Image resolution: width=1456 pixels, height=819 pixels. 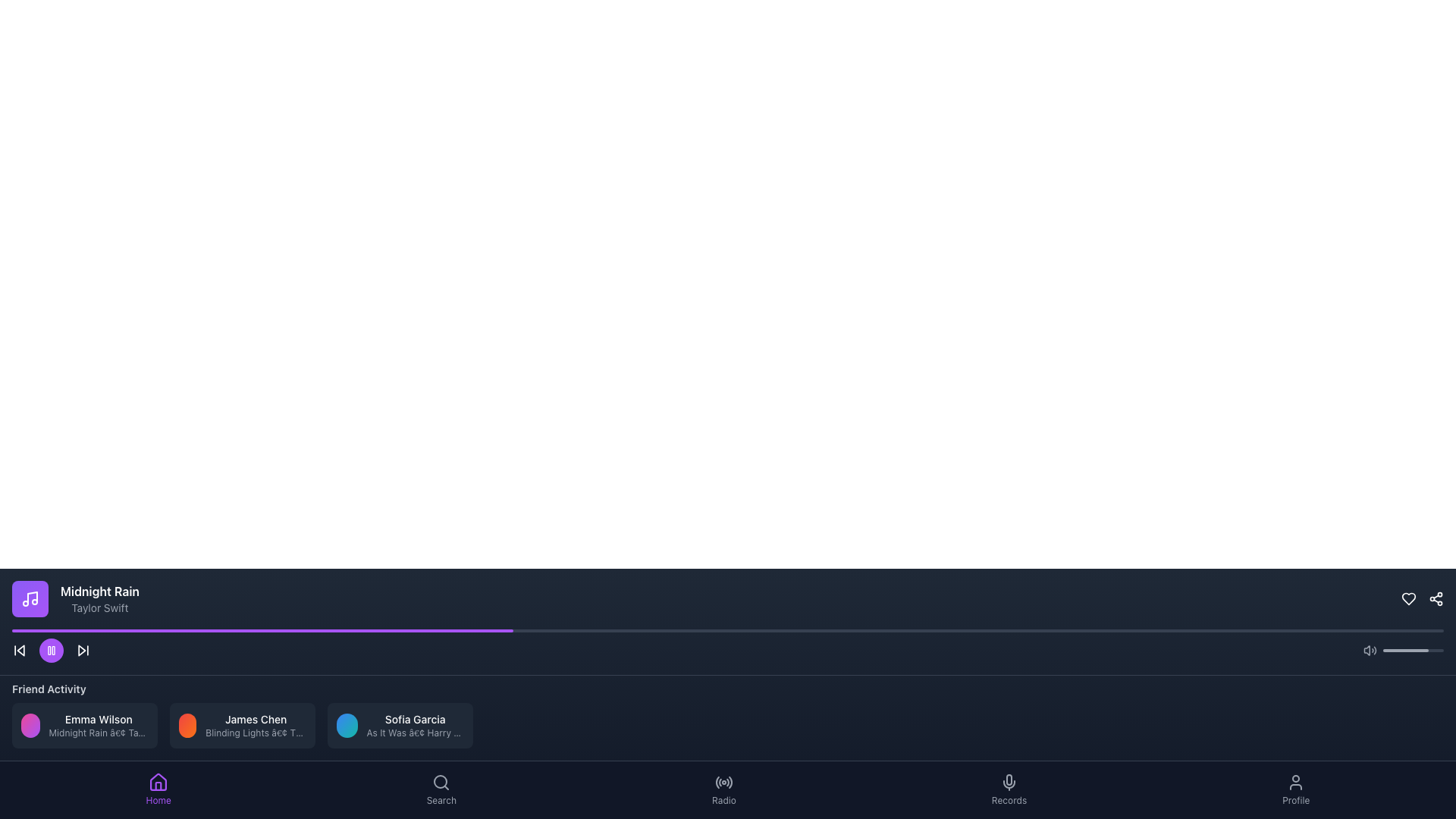 What do you see at coordinates (98, 733) in the screenshot?
I see `the Text label indicating the song and artist name associated with the user 'Emma Wilson', located under the 'Emma Wilson' text in the 'Friend Activity' section` at bounding box center [98, 733].